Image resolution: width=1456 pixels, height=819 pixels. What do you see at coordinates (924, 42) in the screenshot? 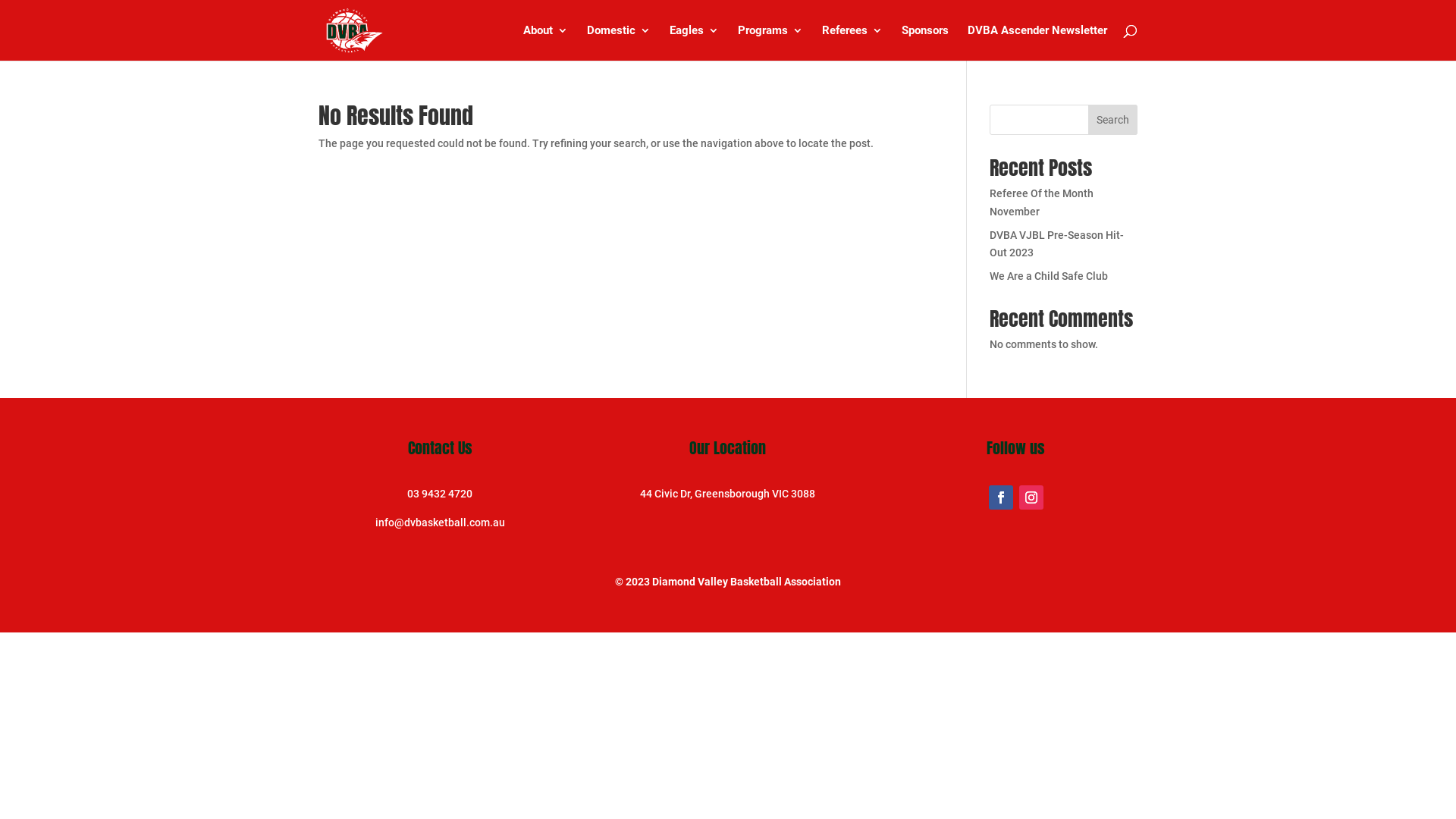
I see `'Sponsors'` at bounding box center [924, 42].